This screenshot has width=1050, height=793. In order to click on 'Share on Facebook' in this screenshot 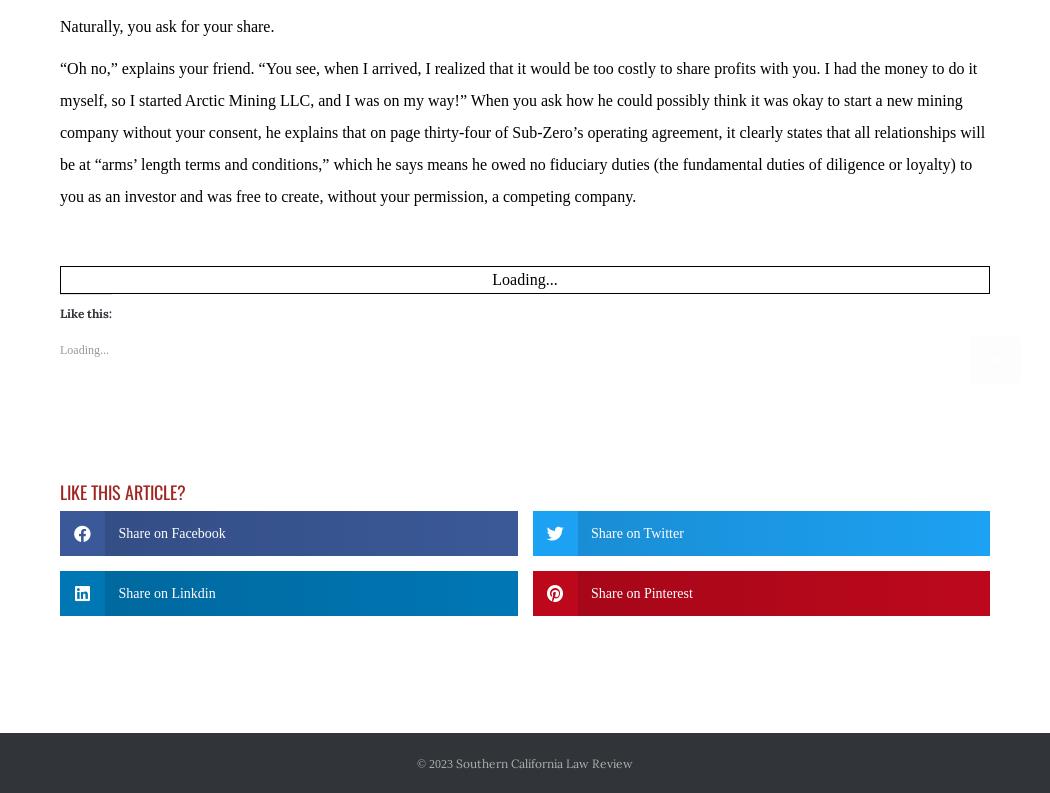, I will do `click(171, 476)`.